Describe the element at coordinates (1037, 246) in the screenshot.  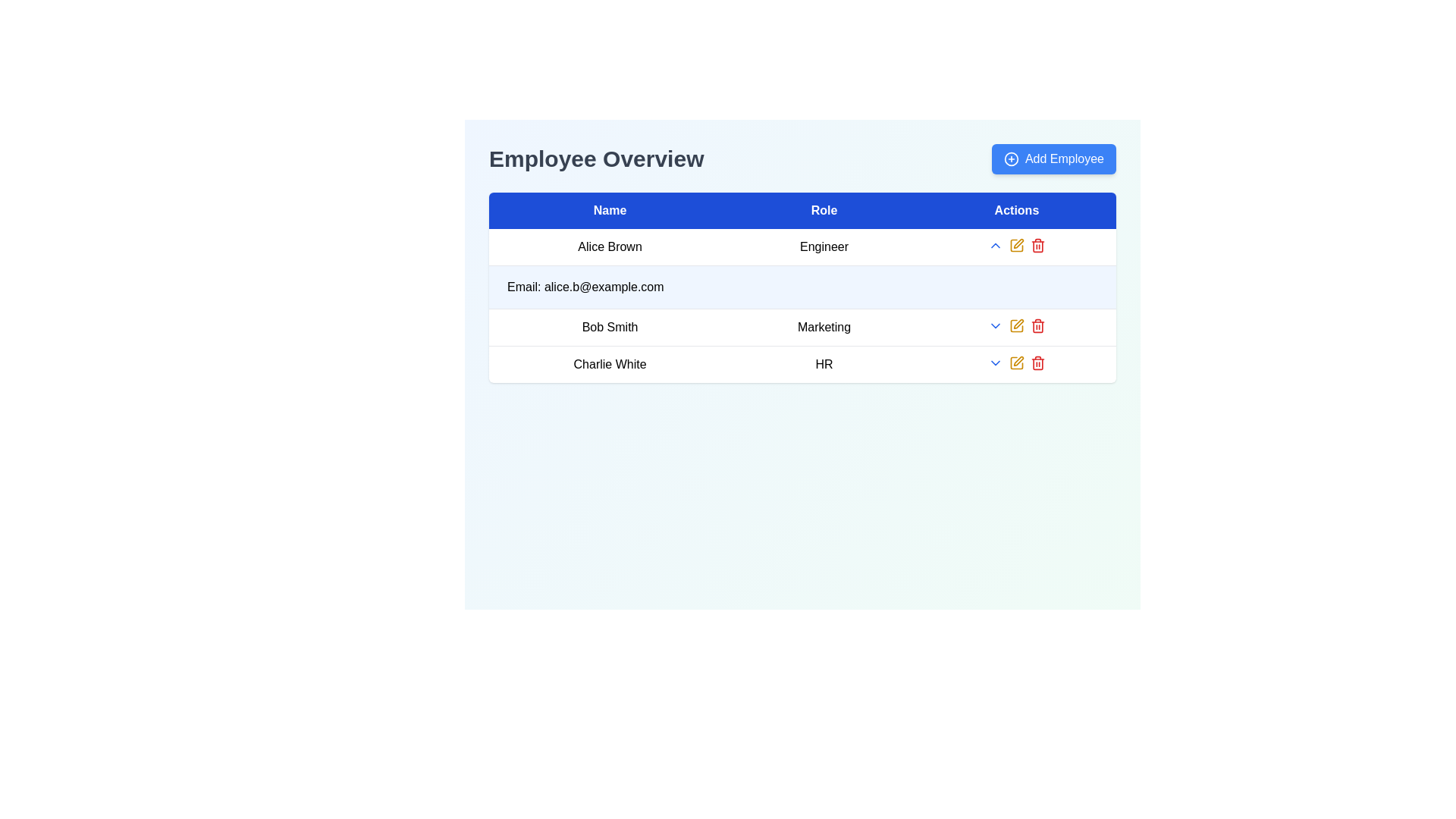
I see `the delete icon in the 'Actions' column of the second row in the table` at that location.